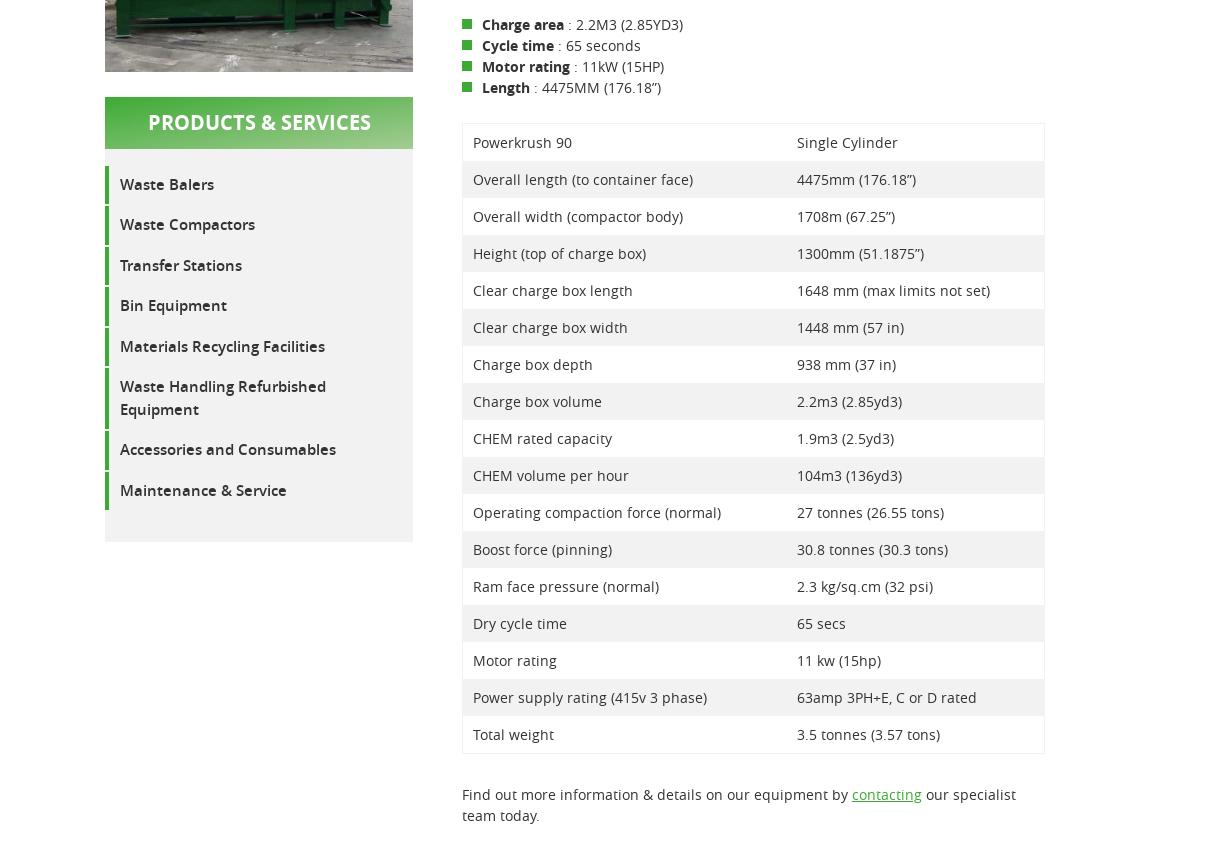 Image resolution: width=1214 pixels, height=858 pixels. Describe the element at coordinates (257, 121) in the screenshot. I see `'Products & Services'` at that location.